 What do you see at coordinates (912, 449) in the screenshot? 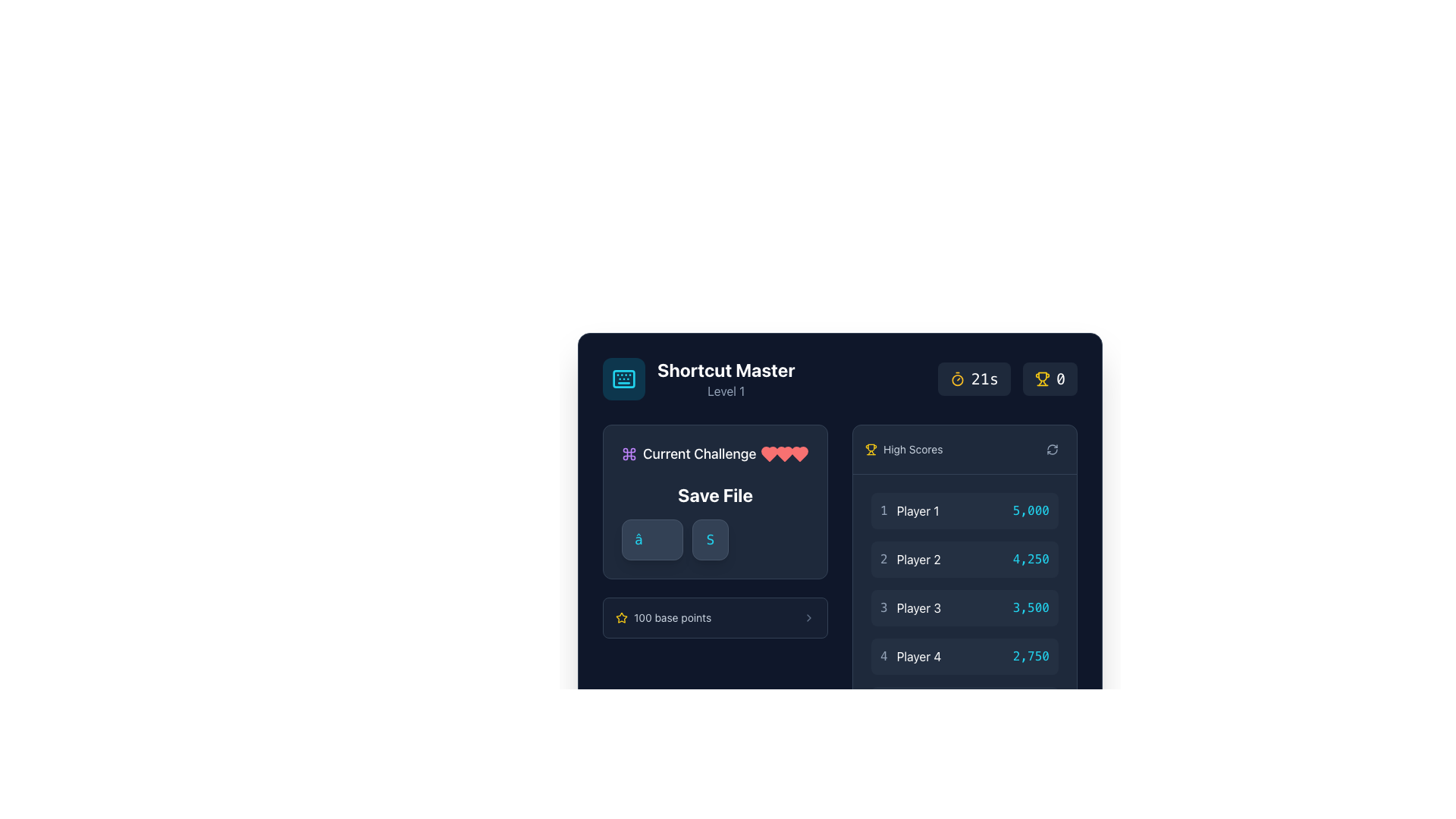
I see `the High Scores label located to the right of the yellow trophy icon, vertically aligned with it, in the upper section of the high scores panel` at bounding box center [912, 449].